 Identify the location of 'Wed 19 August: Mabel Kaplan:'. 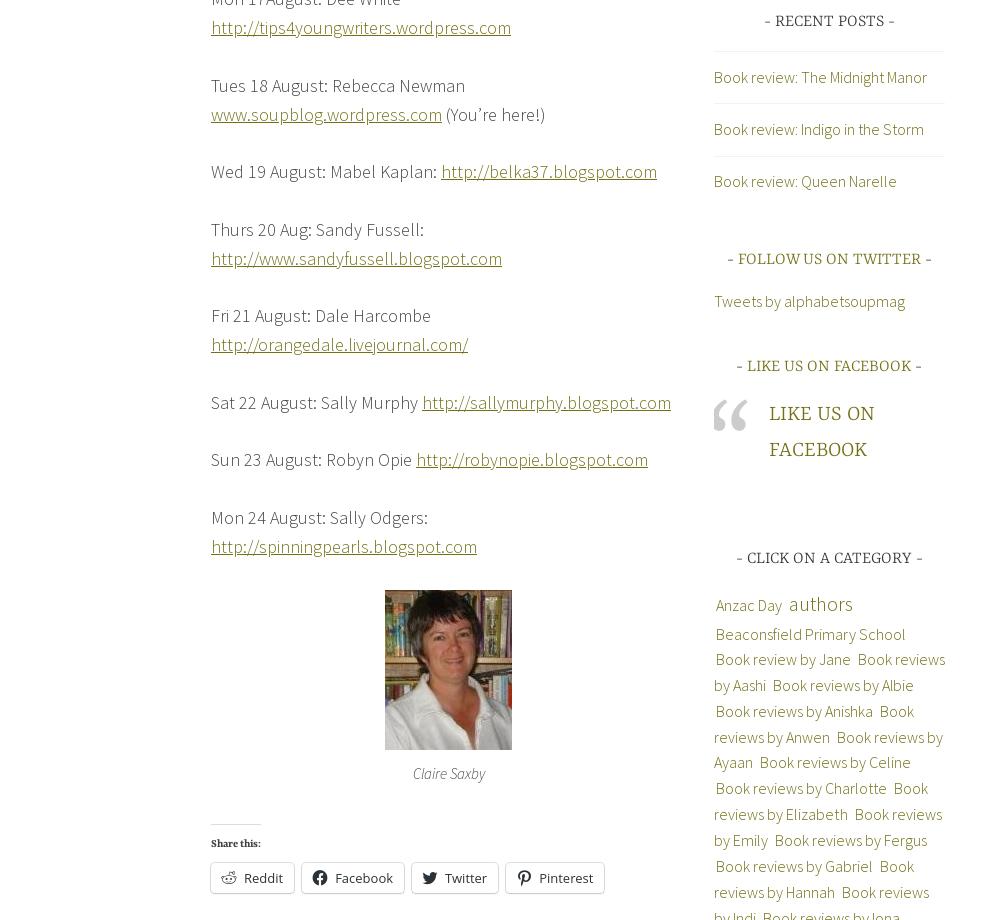
(325, 170).